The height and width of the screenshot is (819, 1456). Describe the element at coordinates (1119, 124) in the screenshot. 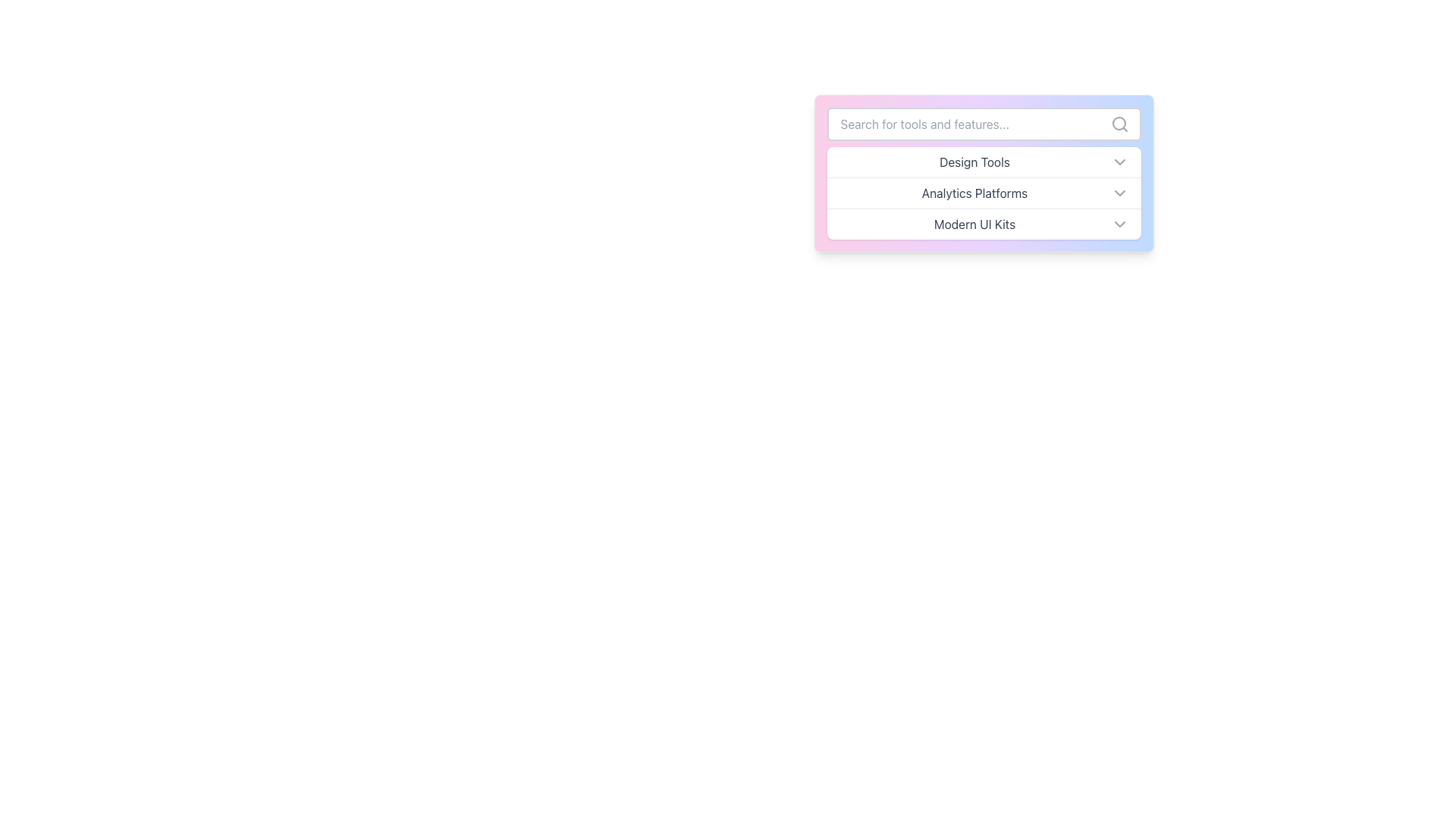

I see `the magnifying glass icon located at the far right of the search input field, which is styled with a modern design and rendered in gray color` at that location.